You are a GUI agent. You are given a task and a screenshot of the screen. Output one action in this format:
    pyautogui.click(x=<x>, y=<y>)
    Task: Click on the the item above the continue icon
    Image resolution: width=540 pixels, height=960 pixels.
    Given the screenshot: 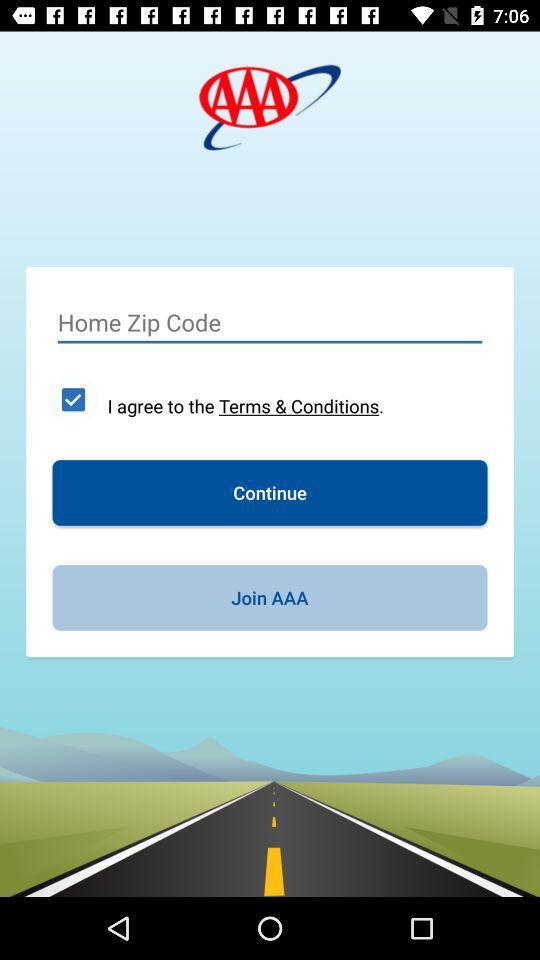 What is the action you would take?
    pyautogui.click(x=72, y=398)
    